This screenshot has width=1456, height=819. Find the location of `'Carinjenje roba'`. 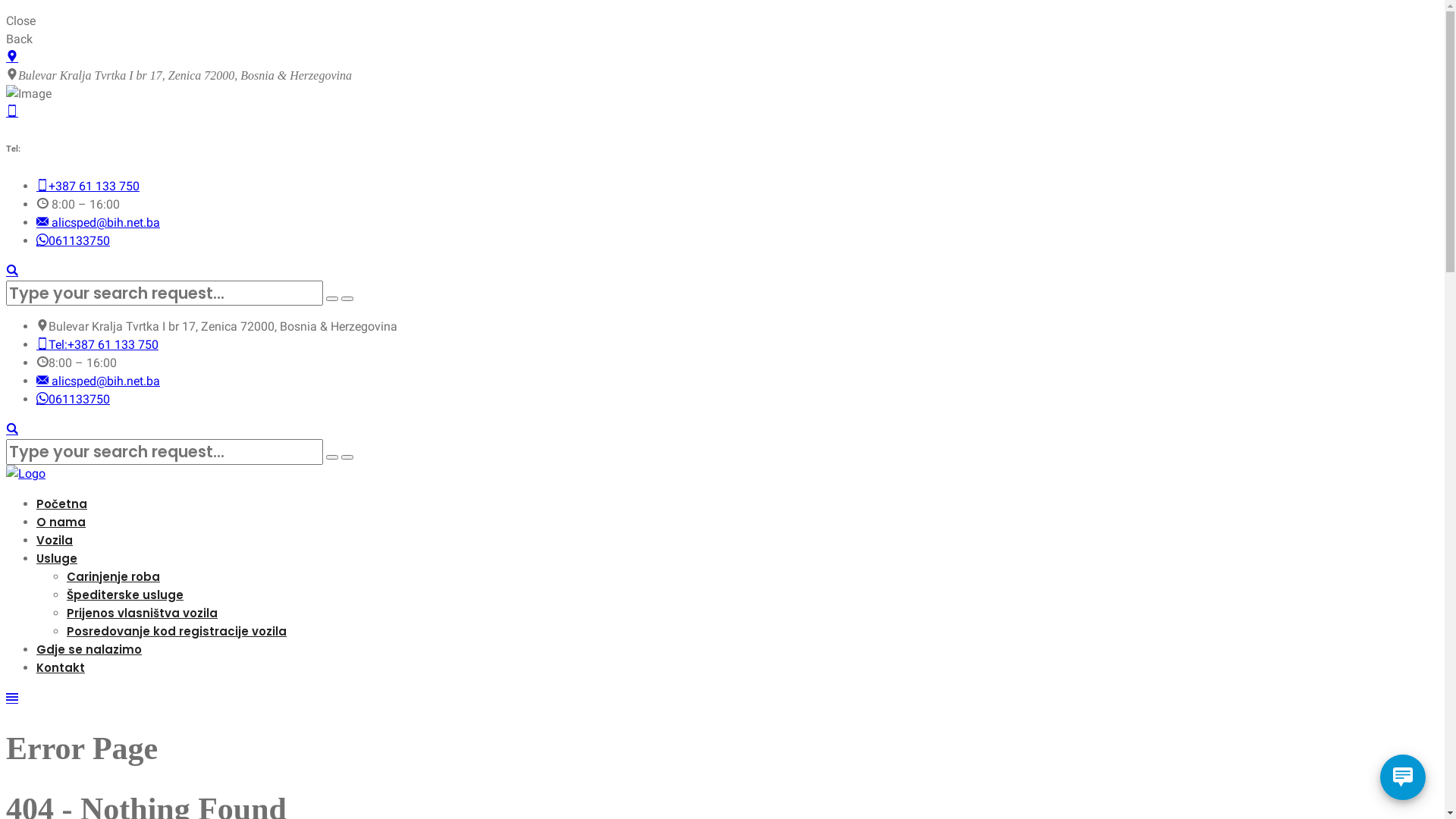

'Carinjenje roba' is located at coordinates (112, 576).